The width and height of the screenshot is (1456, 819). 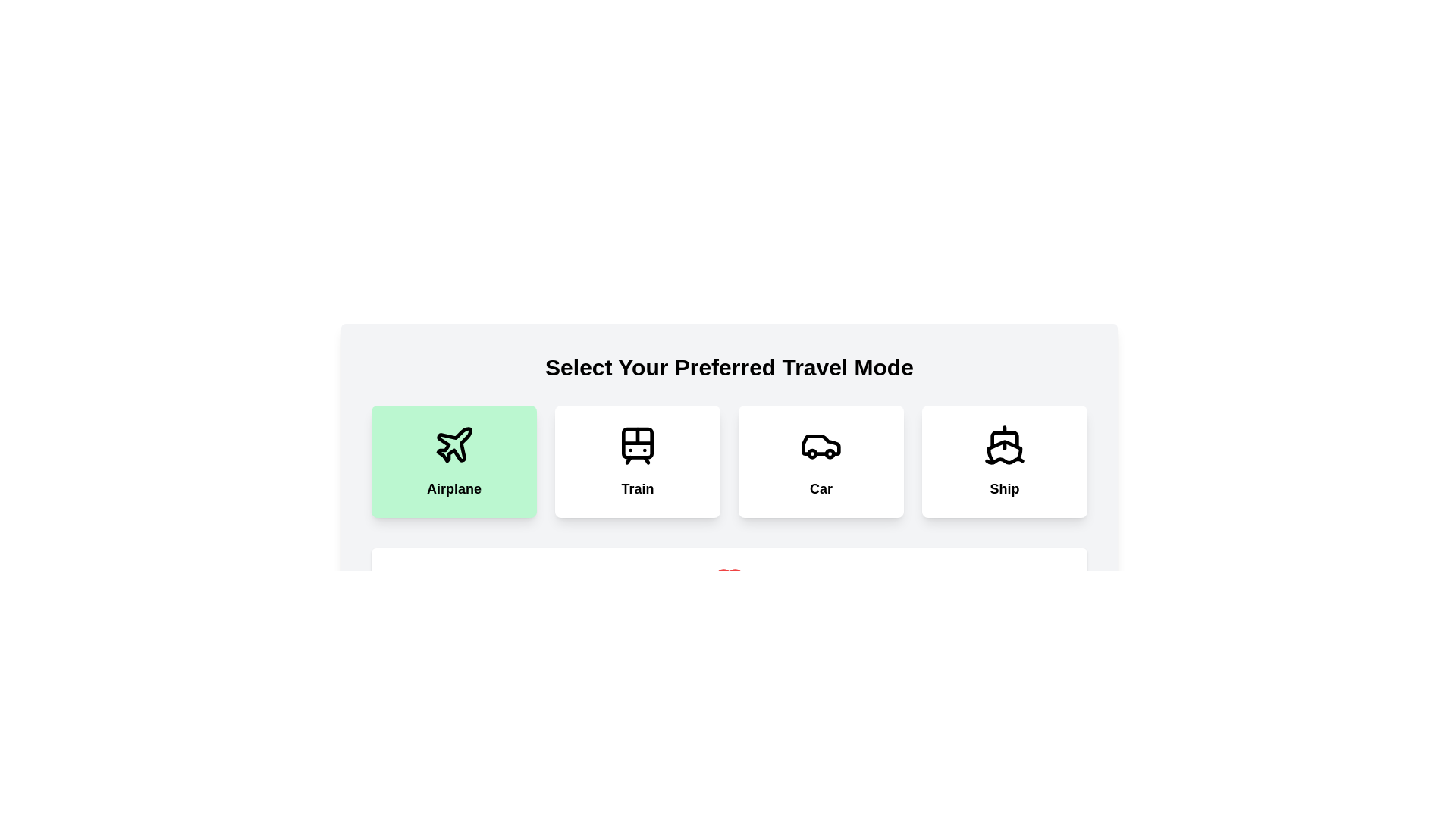 What do you see at coordinates (1004, 488) in the screenshot?
I see `the 'Ship' label located in the last card of the travel mode selection interface` at bounding box center [1004, 488].